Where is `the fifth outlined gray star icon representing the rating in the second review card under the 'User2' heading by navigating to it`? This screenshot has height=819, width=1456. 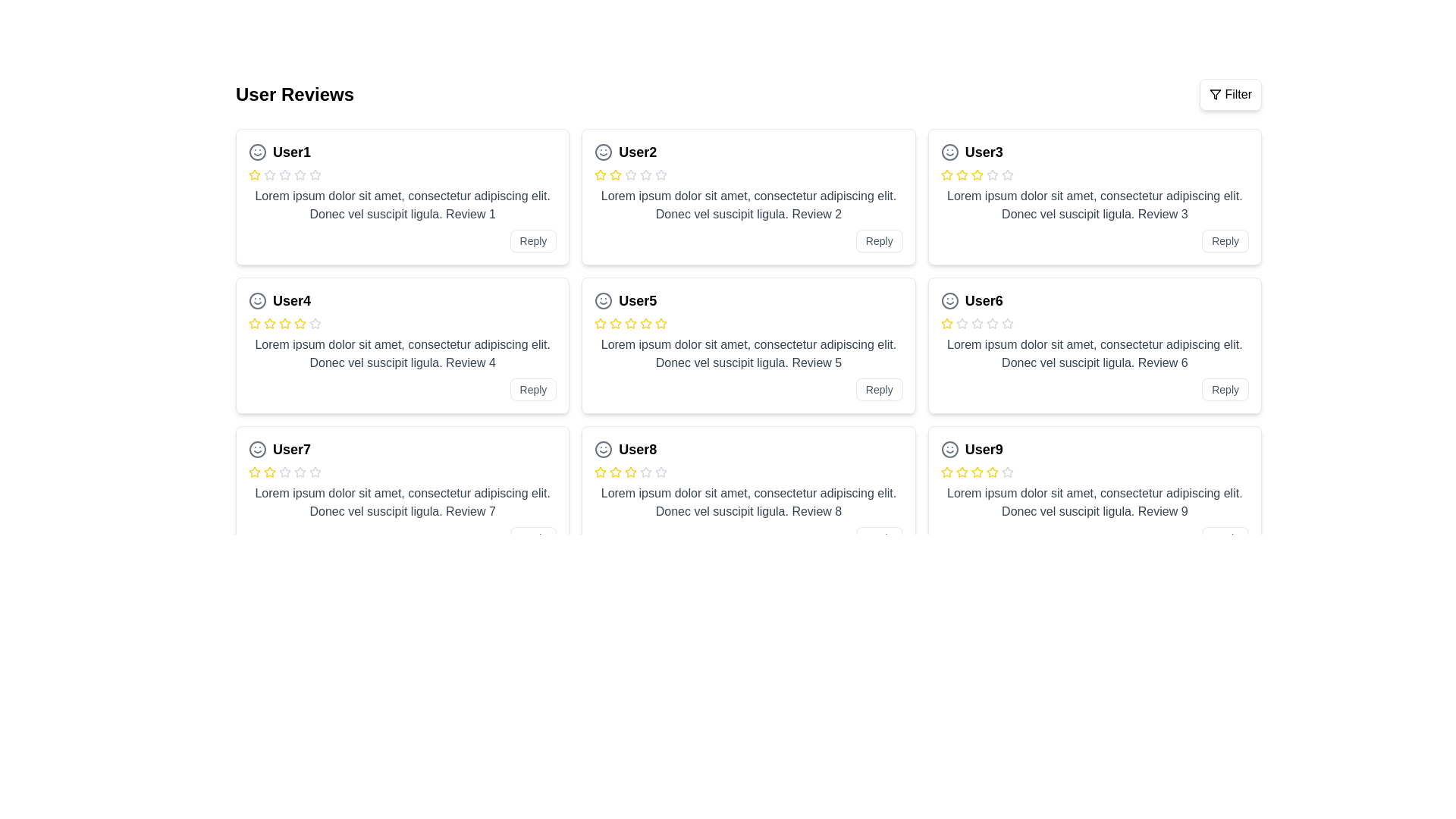 the fifth outlined gray star icon representing the rating in the second review card under the 'User2' heading by navigating to it is located at coordinates (661, 174).